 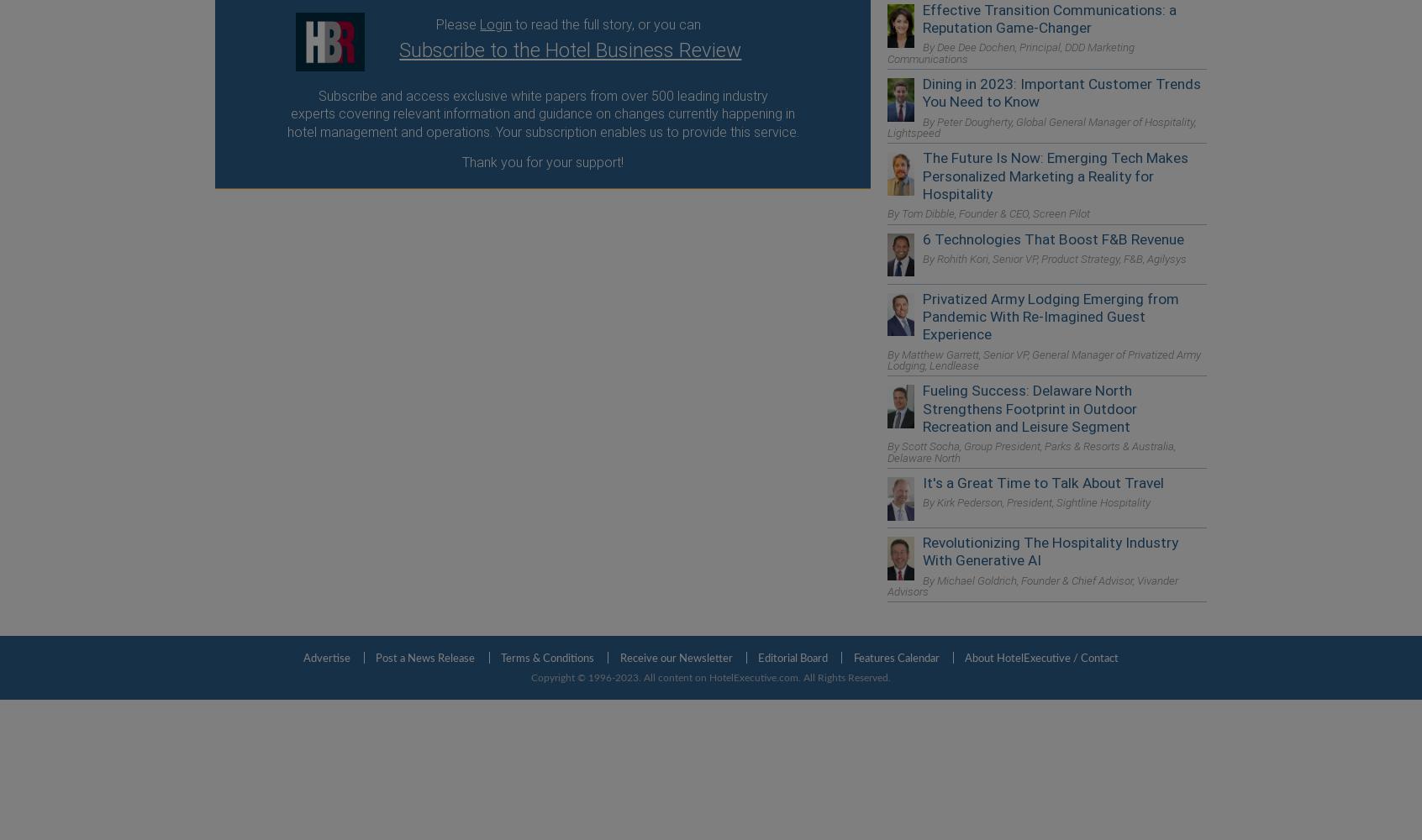 I want to click on 'Dining in 2023: Important Customer Trends You Need to Know', so click(x=1061, y=92).